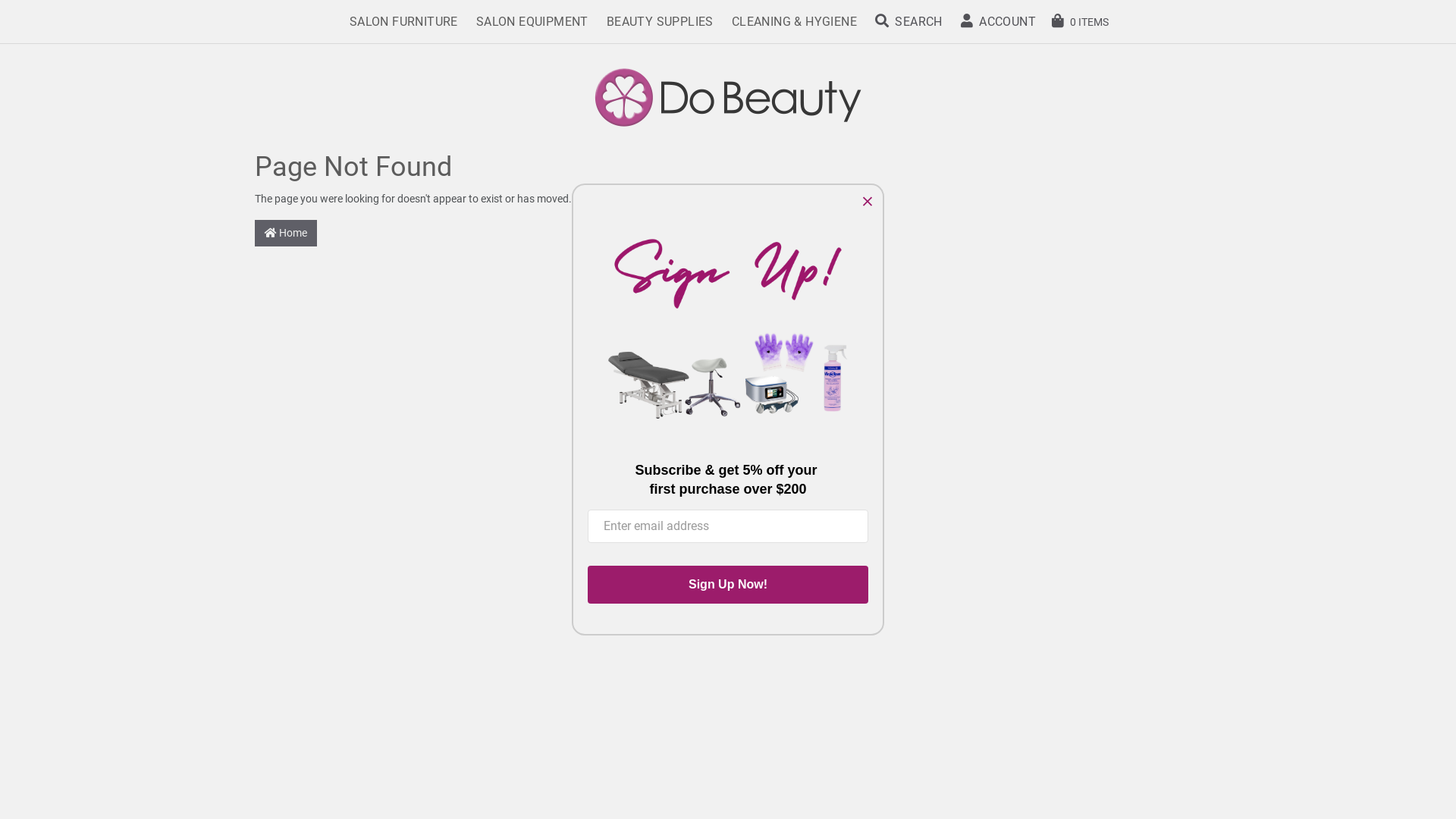 The height and width of the screenshot is (819, 1456). What do you see at coordinates (596, 22) in the screenshot?
I see `'BEAUTY SUPPLIES'` at bounding box center [596, 22].